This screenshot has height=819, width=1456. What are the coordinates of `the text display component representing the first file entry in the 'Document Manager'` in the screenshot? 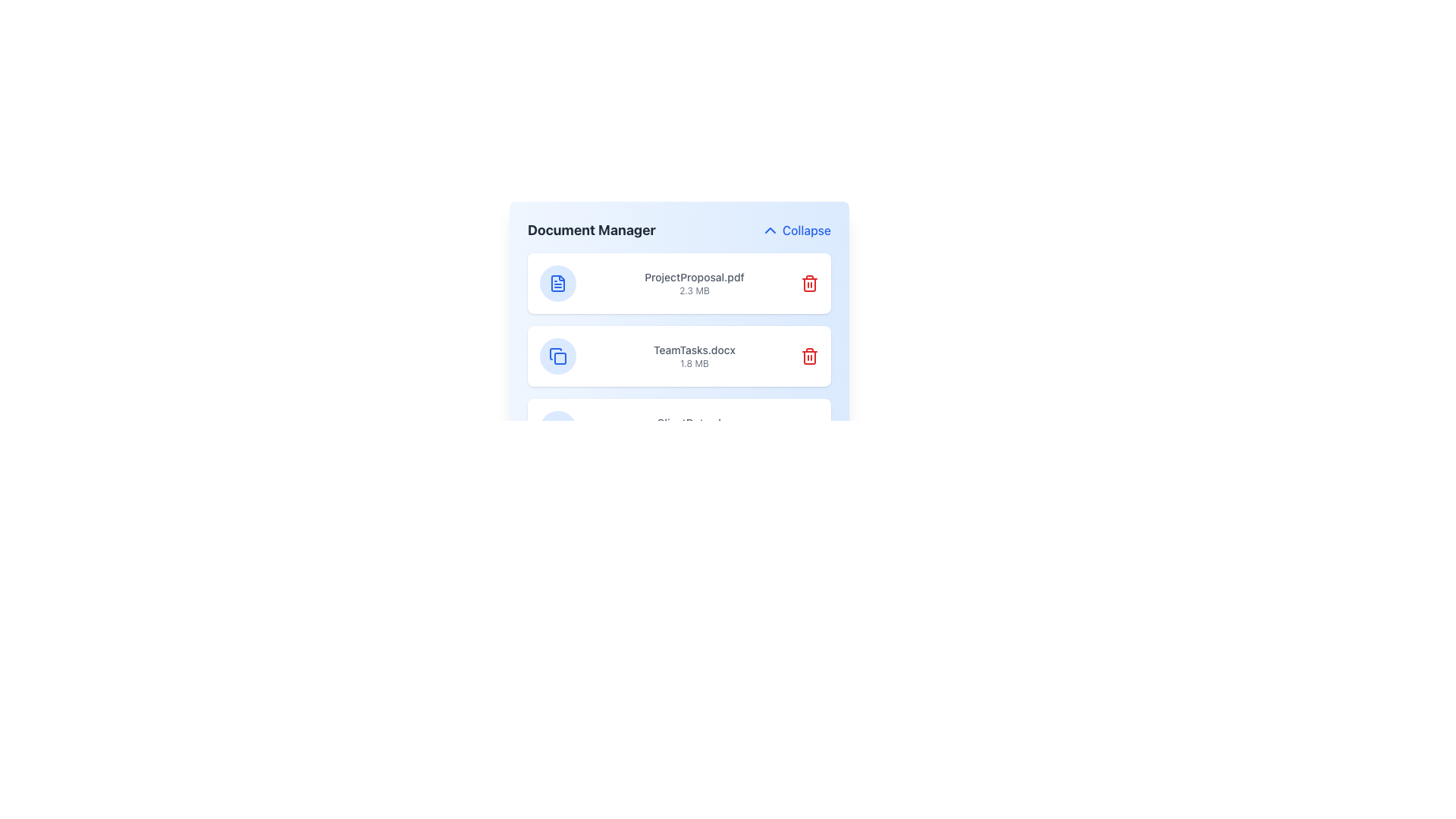 It's located at (694, 284).